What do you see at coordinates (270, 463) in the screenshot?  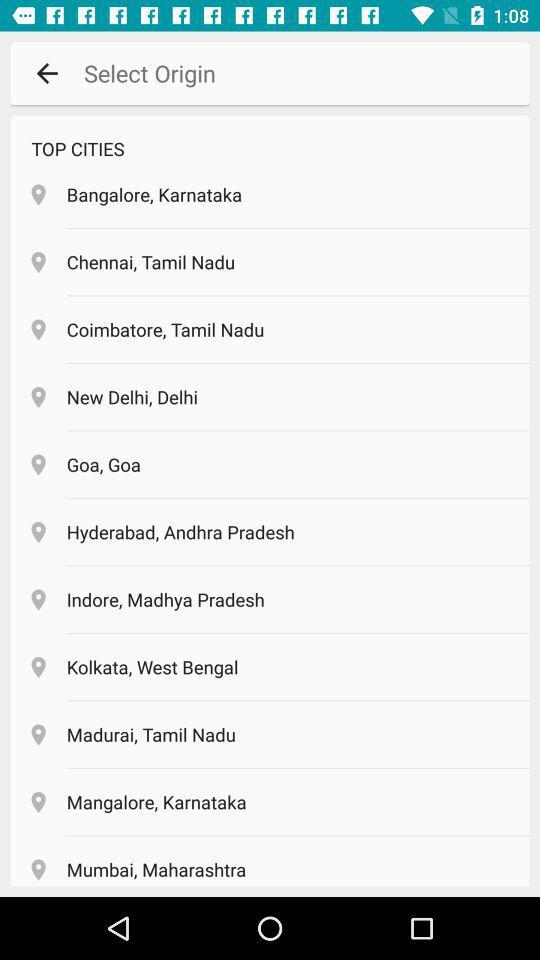 I see `the location goa goa` at bounding box center [270, 463].